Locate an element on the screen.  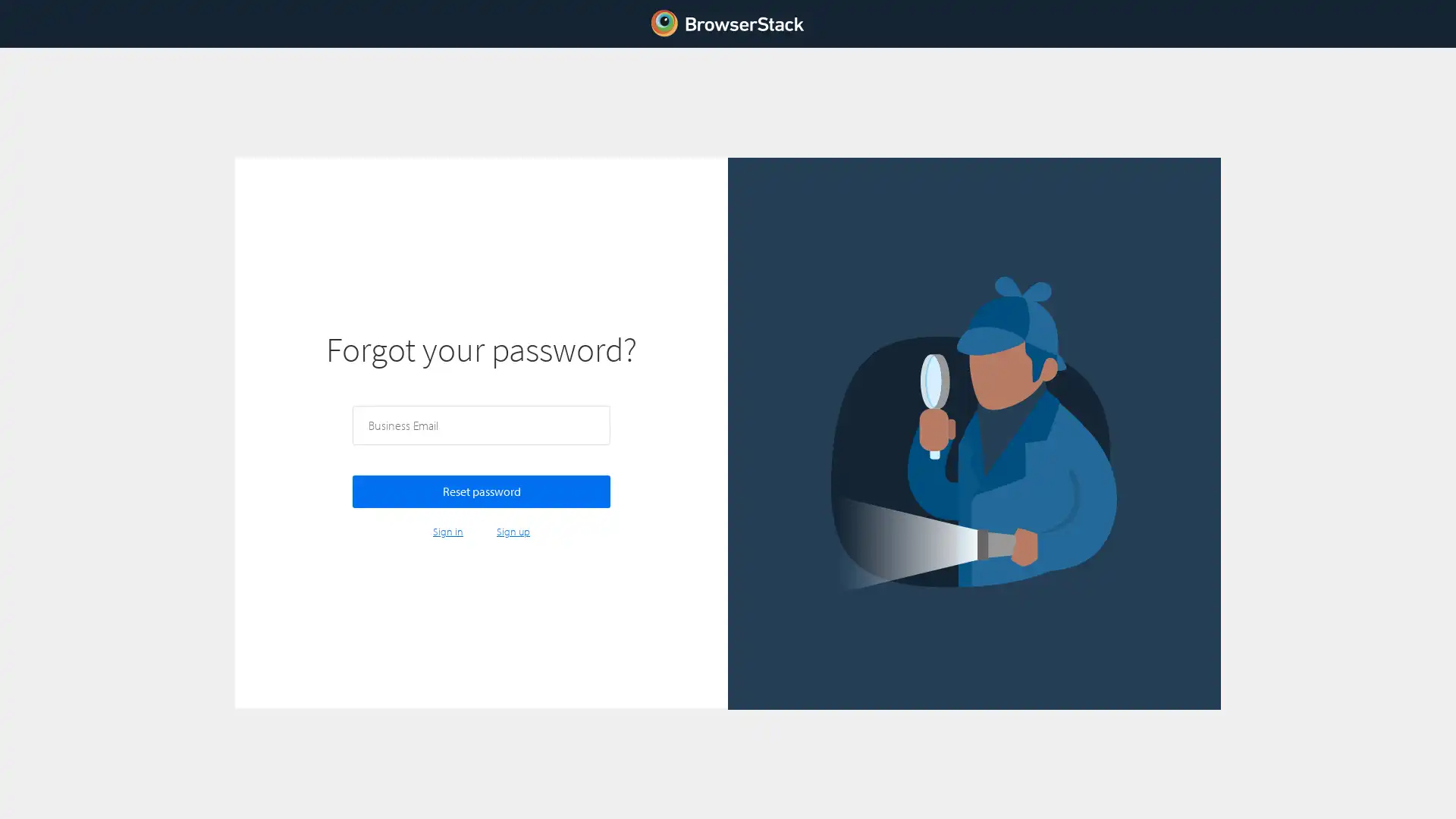
Skip to main content is located at coordinates (2, 6).